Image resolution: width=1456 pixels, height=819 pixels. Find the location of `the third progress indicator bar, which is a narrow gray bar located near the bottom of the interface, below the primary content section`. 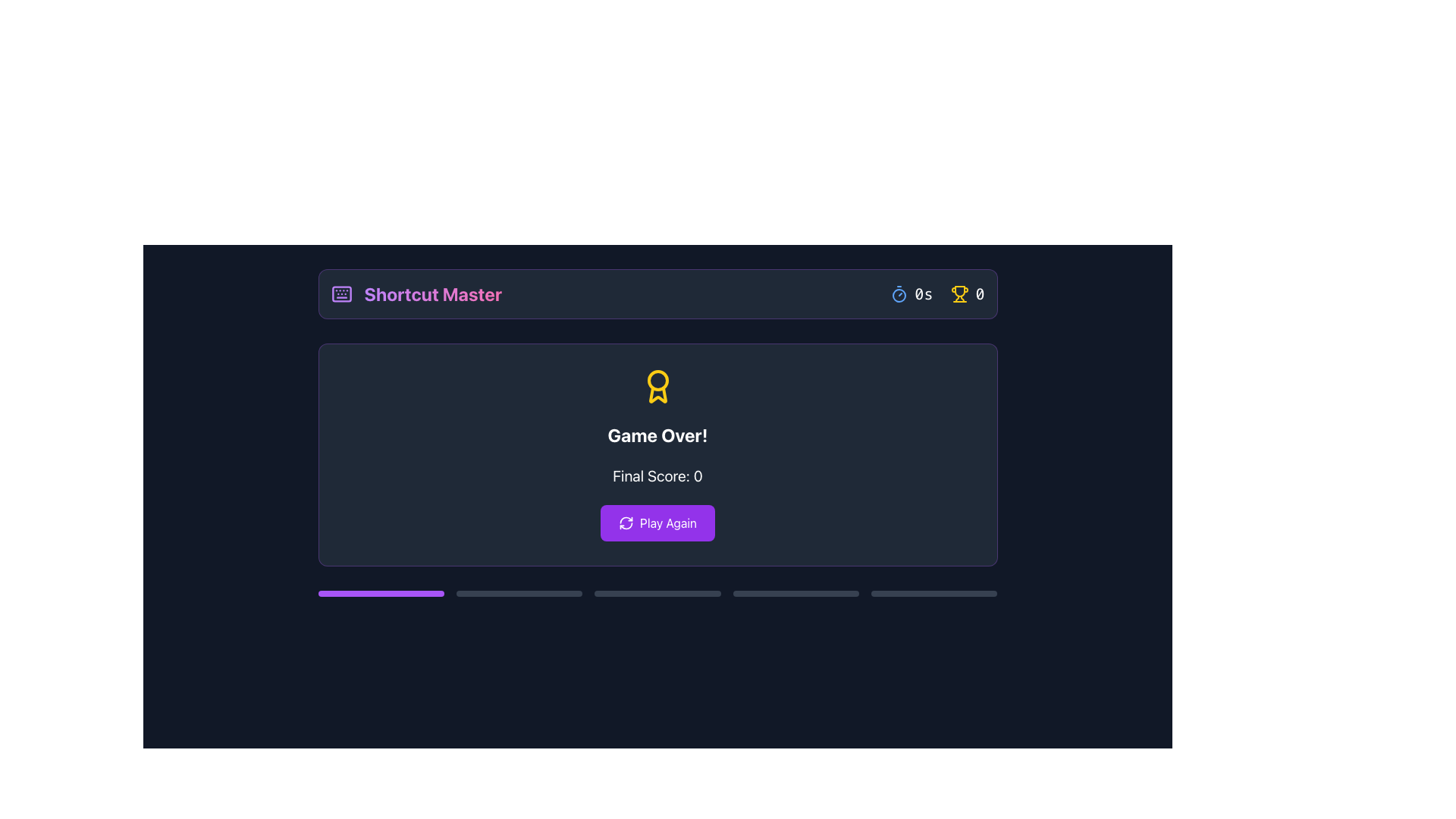

the third progress indicator bar, which is a narrow gray bar located near the bottom of the interface, below the primary content section is located at coordinates (657, 593).